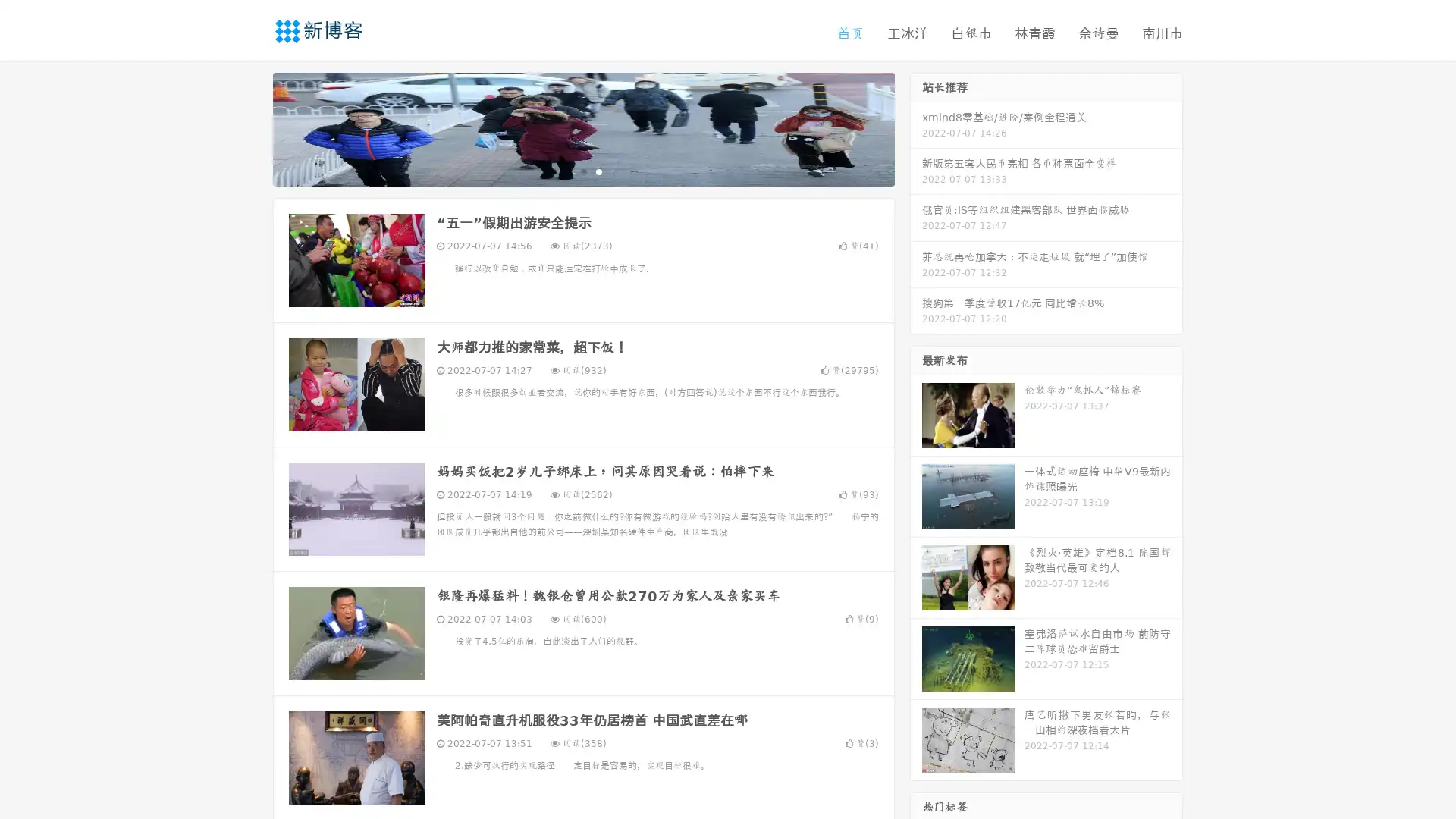  Describe the element at coordinates (916, 127) in the screenshot. I see `Next slide` at that location.